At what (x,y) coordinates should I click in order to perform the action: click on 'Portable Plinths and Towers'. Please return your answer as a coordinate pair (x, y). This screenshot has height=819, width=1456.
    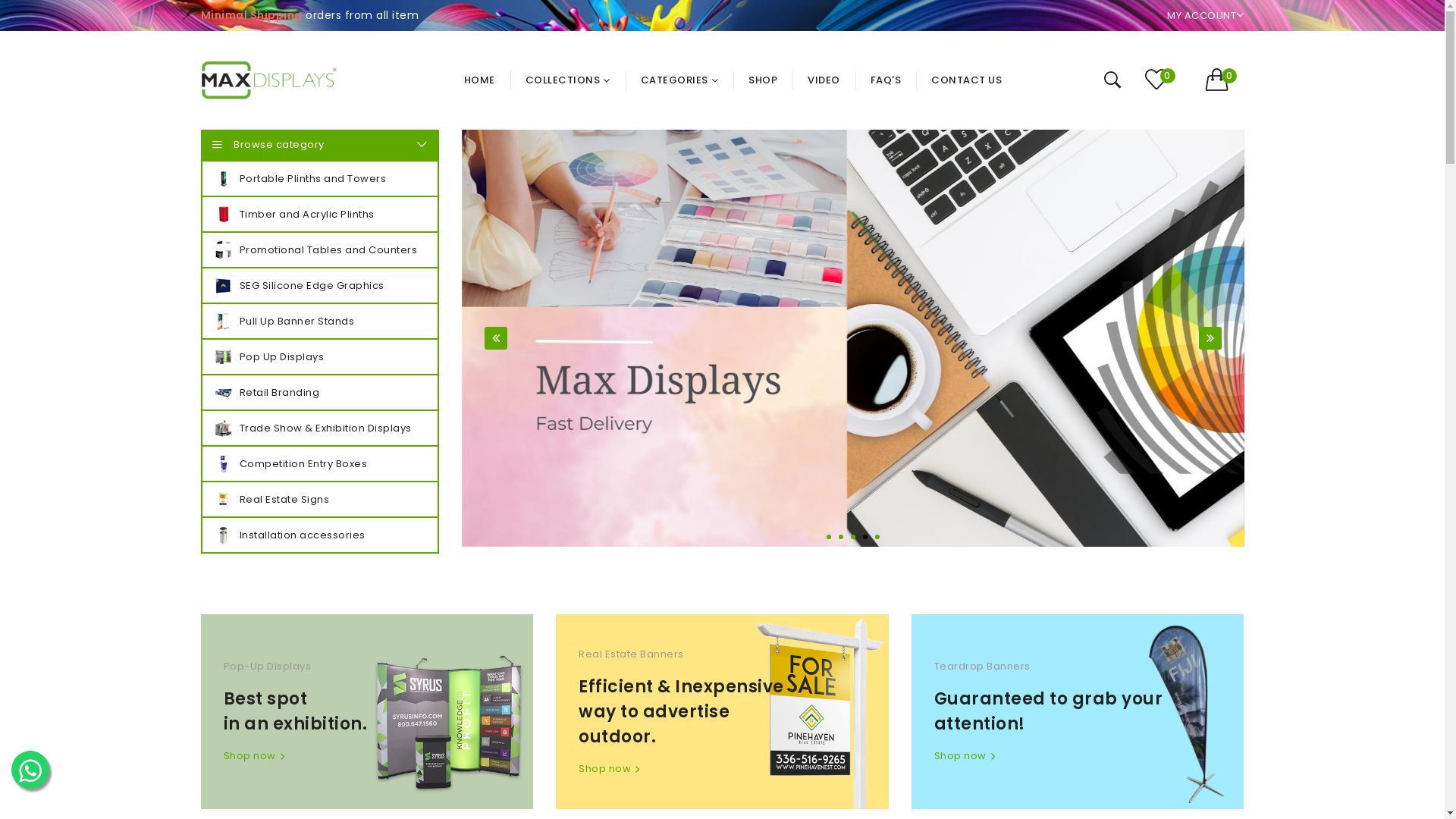
    Looking at the image, I should click on (318, 177).